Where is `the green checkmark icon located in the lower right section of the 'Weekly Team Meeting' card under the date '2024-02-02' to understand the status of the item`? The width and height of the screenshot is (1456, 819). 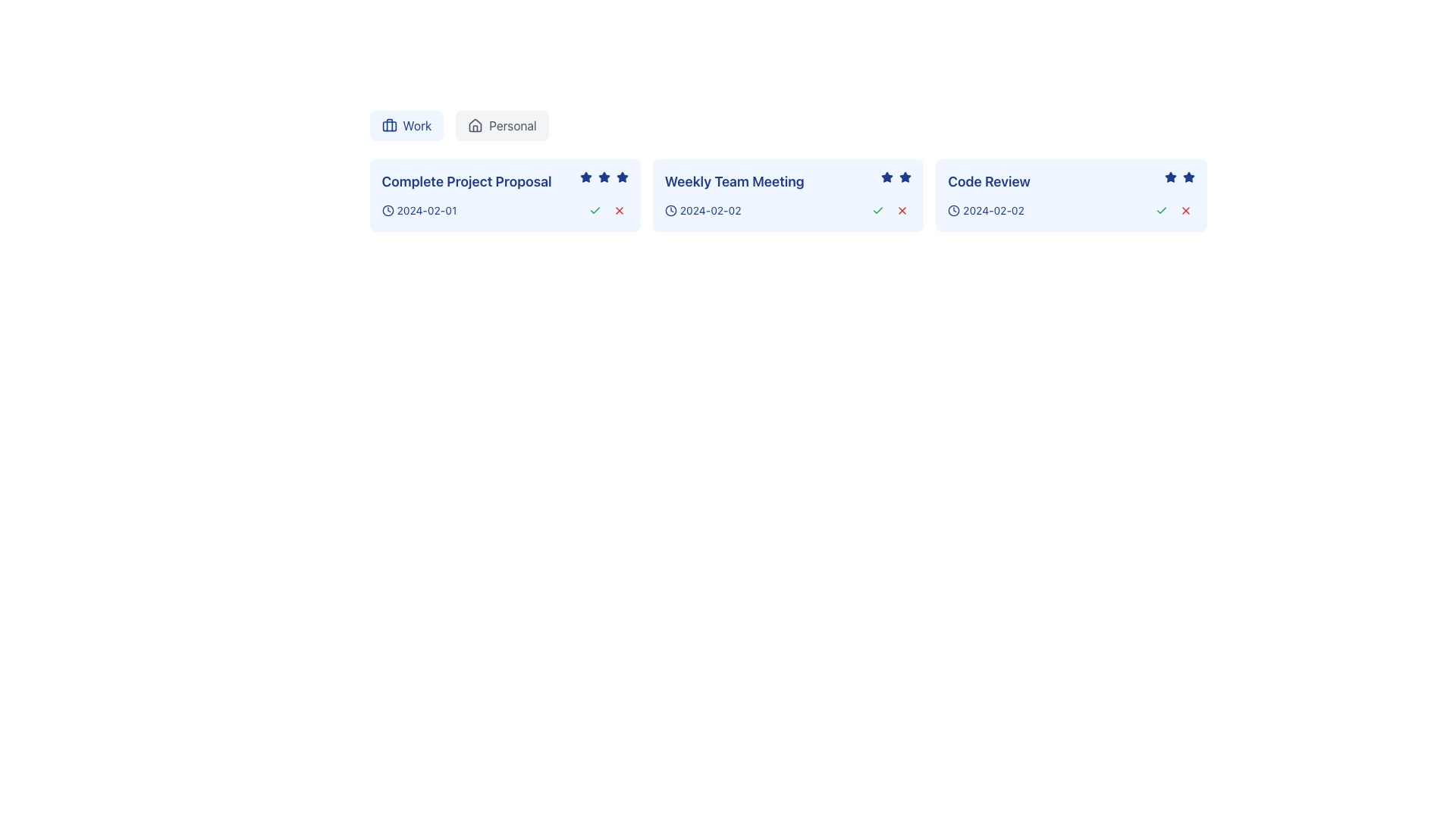 the green checkmark icon located in the lower right section of the 'Weekly Team Meeting' card under the date '2024-02-02' to understand the status of the item is located at coordinates (878, 210).